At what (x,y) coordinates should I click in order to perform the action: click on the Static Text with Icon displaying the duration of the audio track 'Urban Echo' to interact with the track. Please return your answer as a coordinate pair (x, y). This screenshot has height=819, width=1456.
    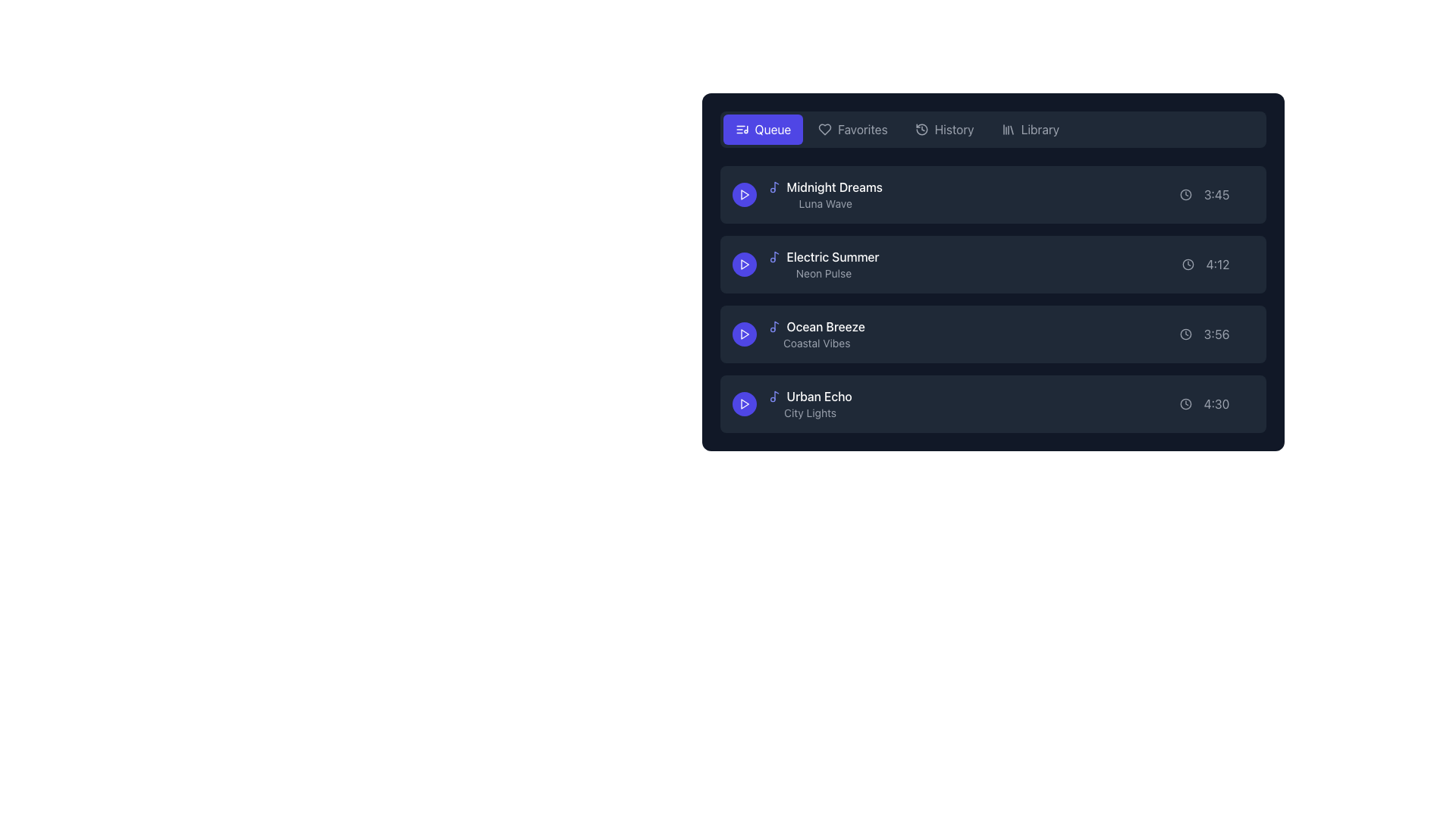
    Looking at the image, I should click on (1216, 403).